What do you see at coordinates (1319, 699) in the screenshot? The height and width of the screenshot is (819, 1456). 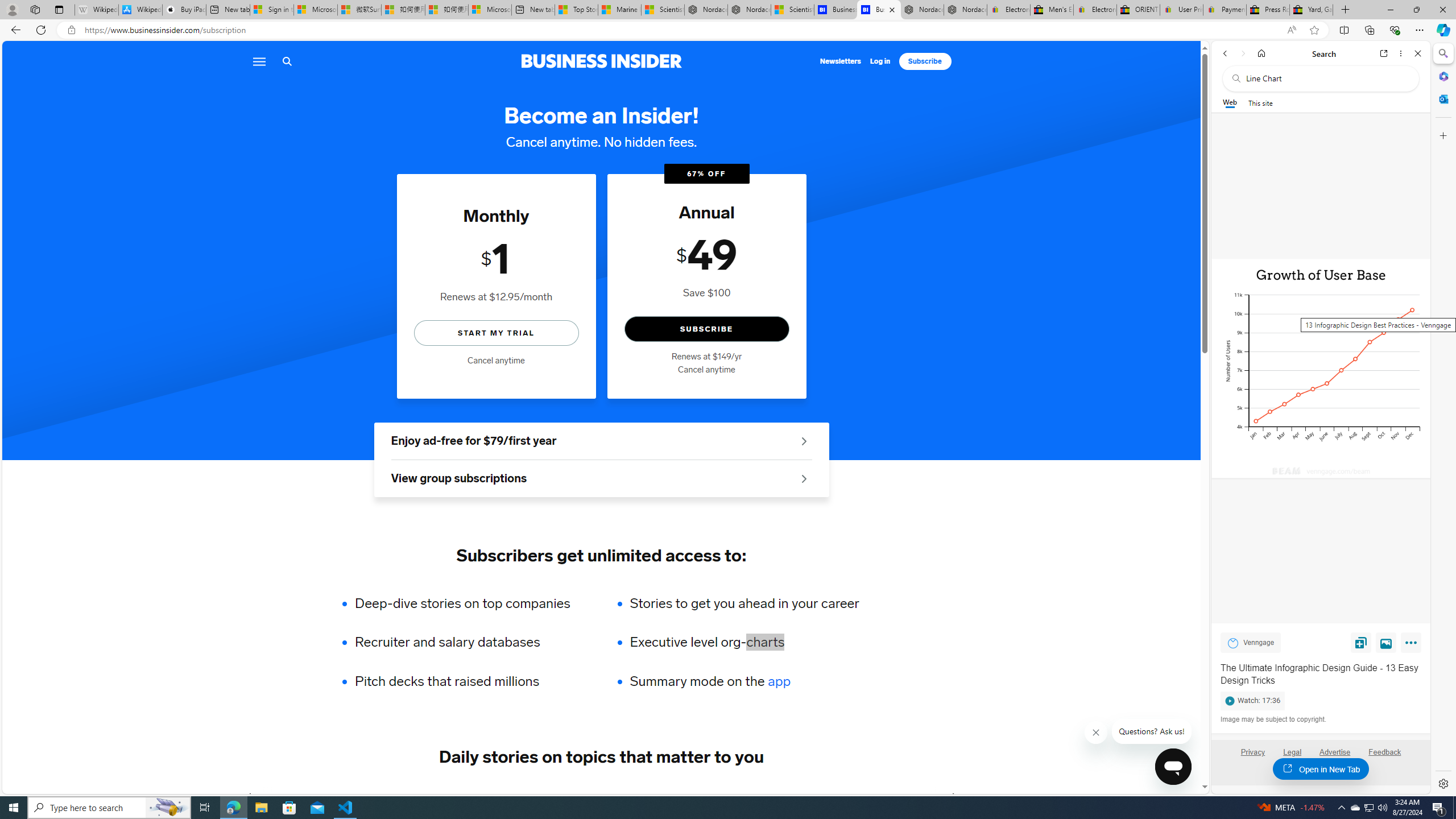 I see `'Watch: 17:36'` at bounding box center [1319, 699].